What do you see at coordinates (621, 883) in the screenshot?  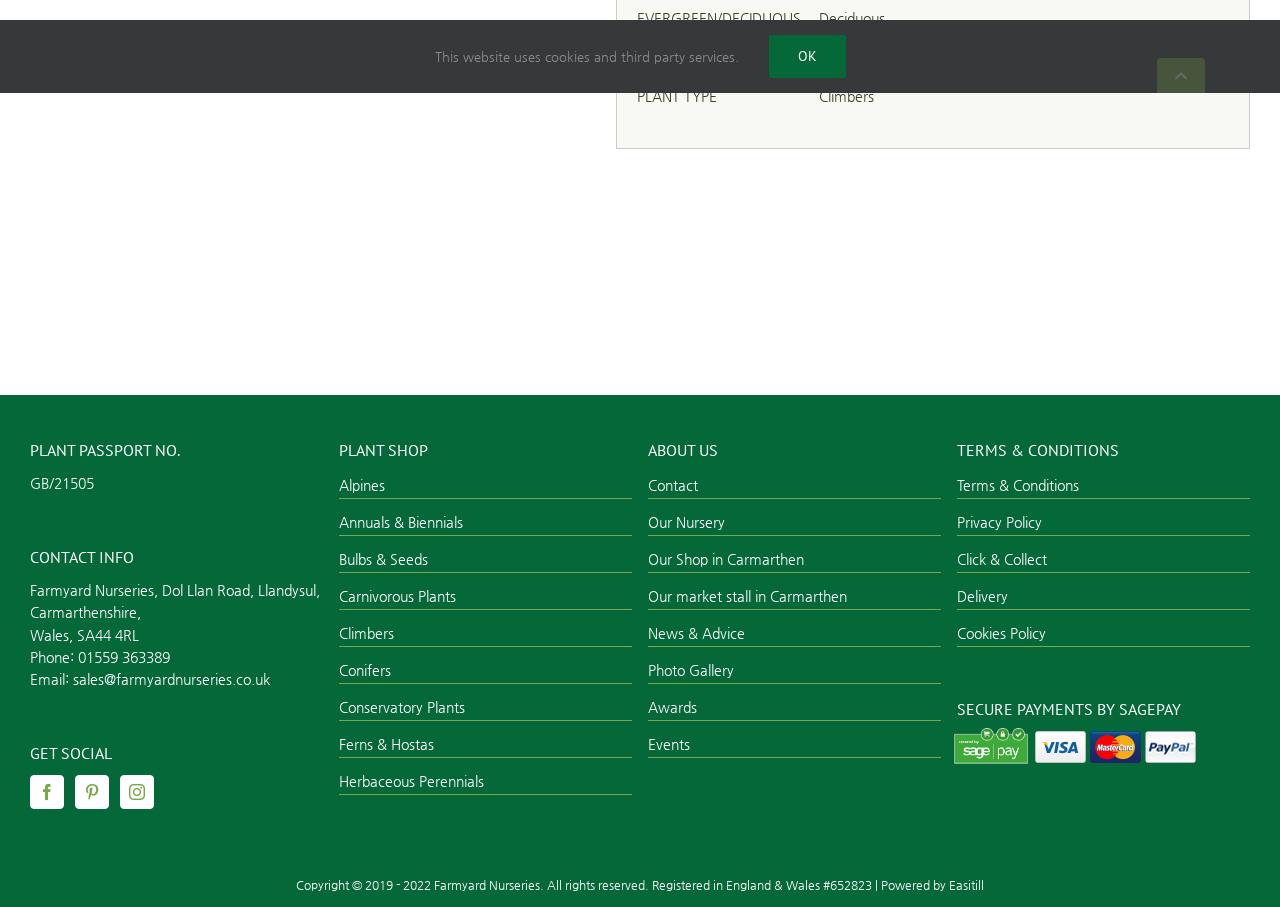 I see `'Copyright © 2019 - 2022 Farmyard Nurseries. All rights reserved. Registered in England & Wales #652823 | Powered by'` at bounding box center [621, 883].